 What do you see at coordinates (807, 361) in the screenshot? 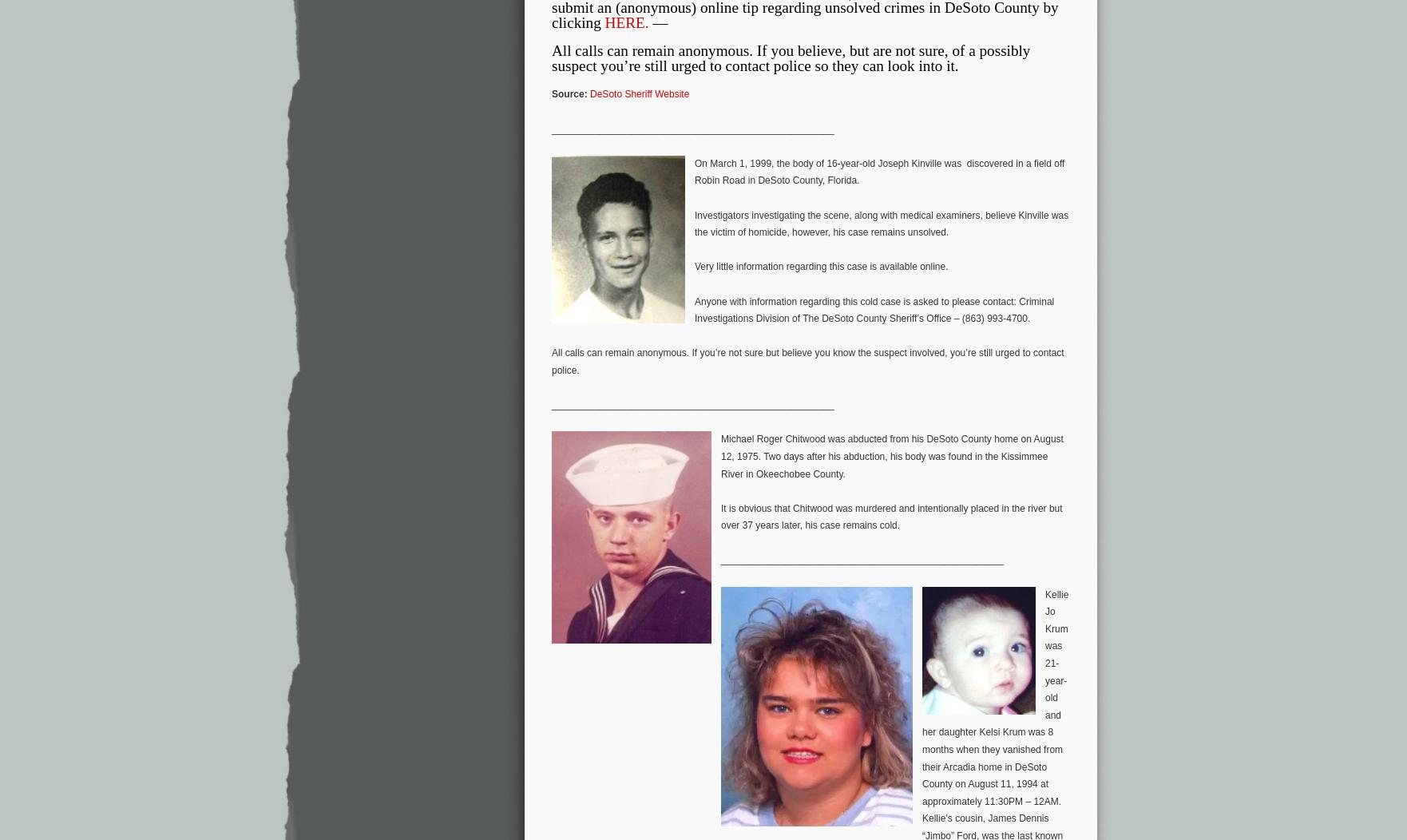
I see `'All calls can remain anonymous. If you’re not sure but believe you know the suspect involved, you’re still urged to contact police.'` at bounding box center [807, 361].